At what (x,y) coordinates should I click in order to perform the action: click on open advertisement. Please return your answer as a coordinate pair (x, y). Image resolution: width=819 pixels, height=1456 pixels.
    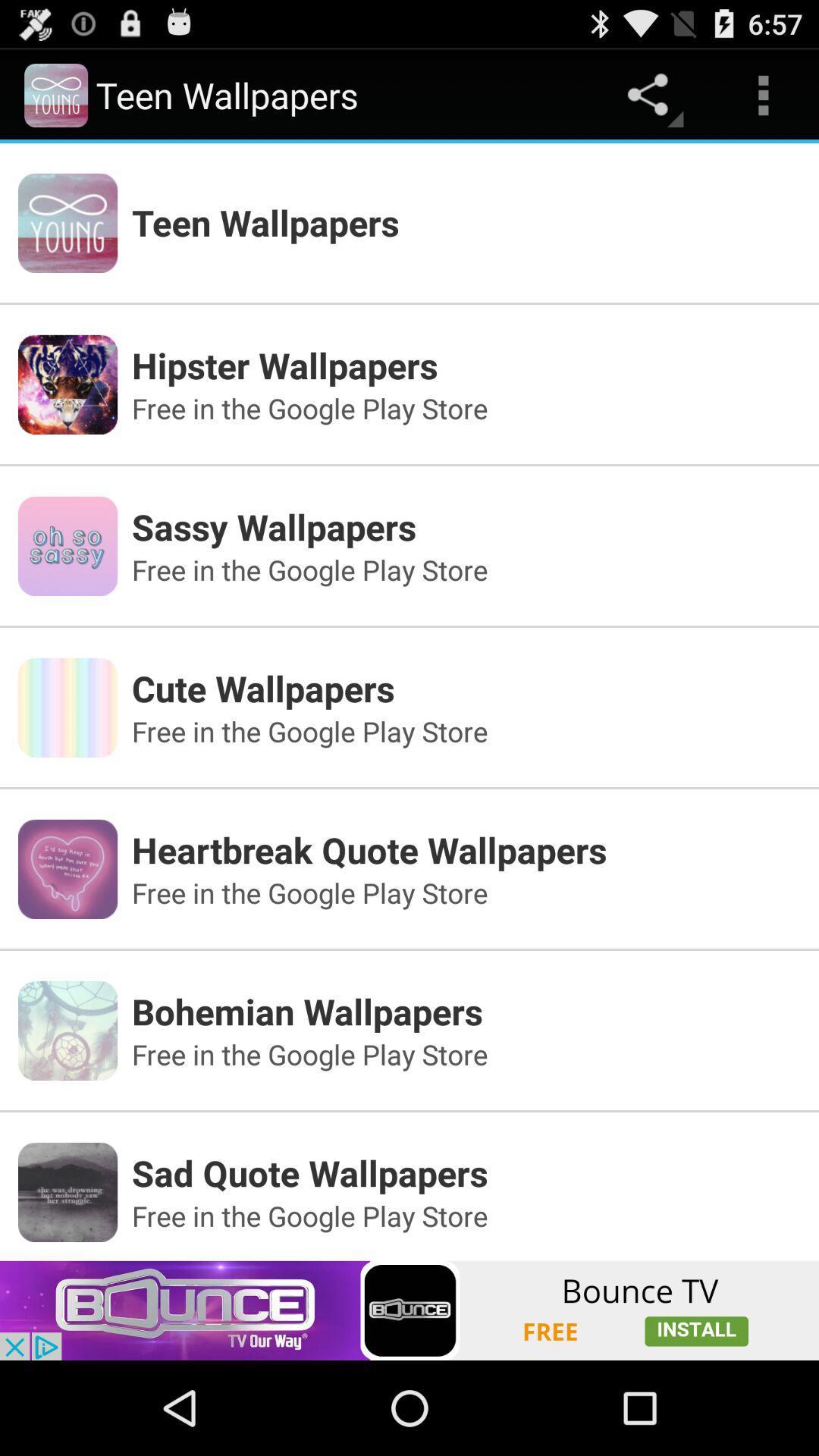
    Looking at the image, I should click on (409, 1310).